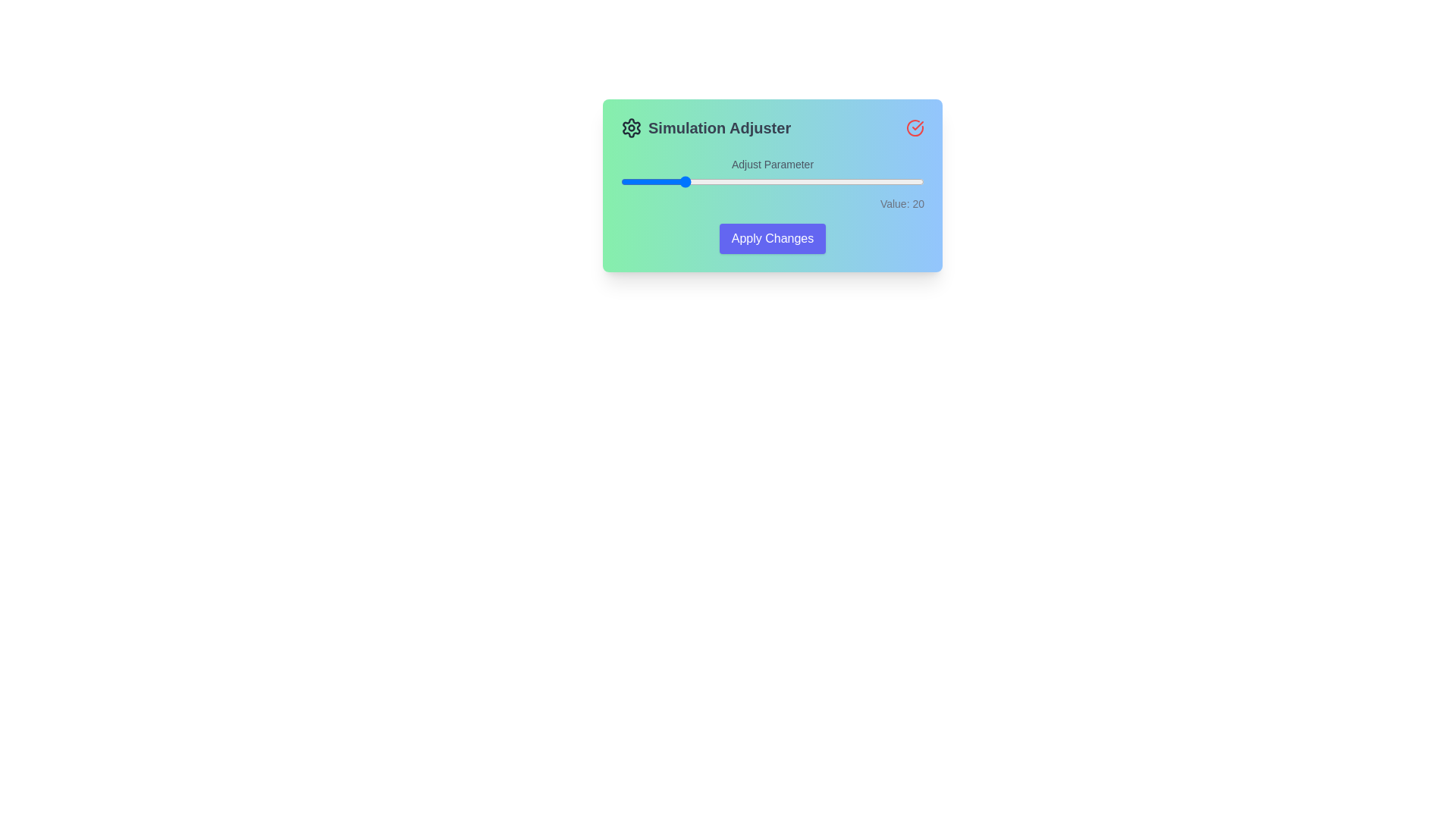 This screenshot has height=819, width=1456. I want to click on 'Apply Changes' button to apply the changes, so click(772, 239).